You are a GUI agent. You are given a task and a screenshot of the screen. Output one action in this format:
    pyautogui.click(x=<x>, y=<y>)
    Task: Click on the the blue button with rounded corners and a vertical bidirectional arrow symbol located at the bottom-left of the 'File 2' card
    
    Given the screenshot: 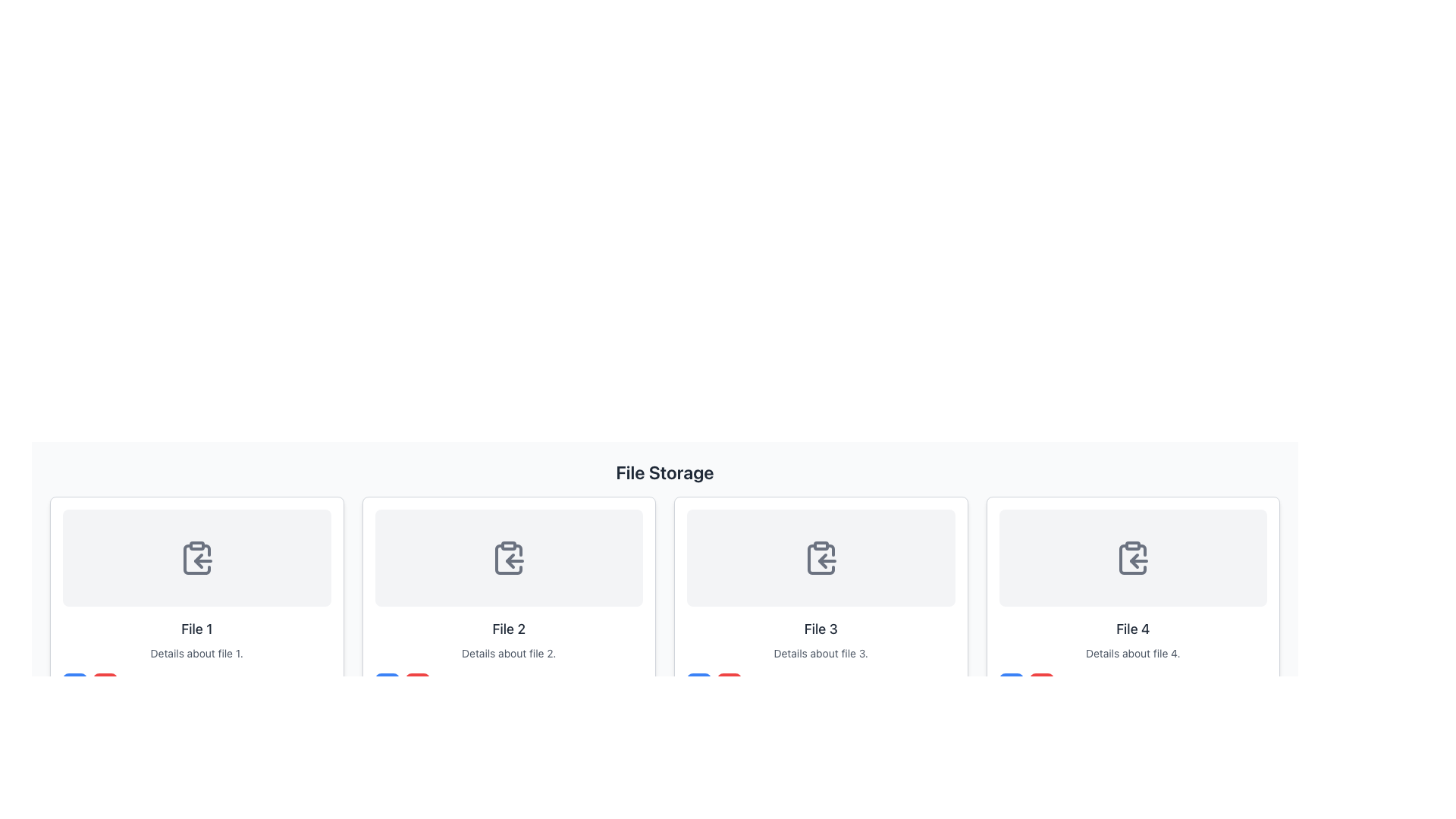 What is the action you would take?
    pyautogui.click(x=387, y=685)
    